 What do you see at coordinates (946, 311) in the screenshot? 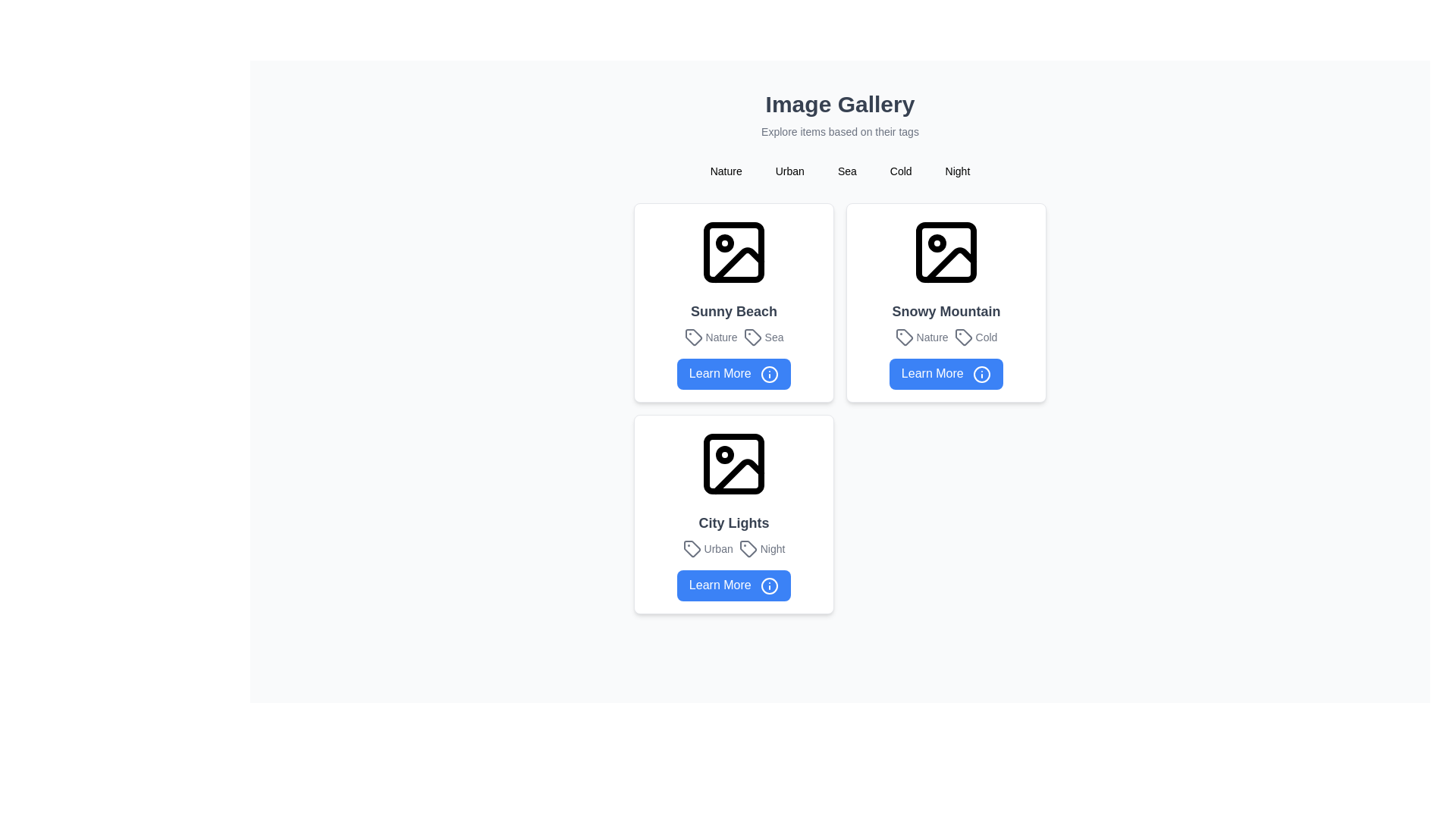
I see `the static text 'Snowy Mountain' displayed in a bold font, located below the image icon in the second card of a grid layout, to trigger any hover effects` at bounding box center [946, 311].